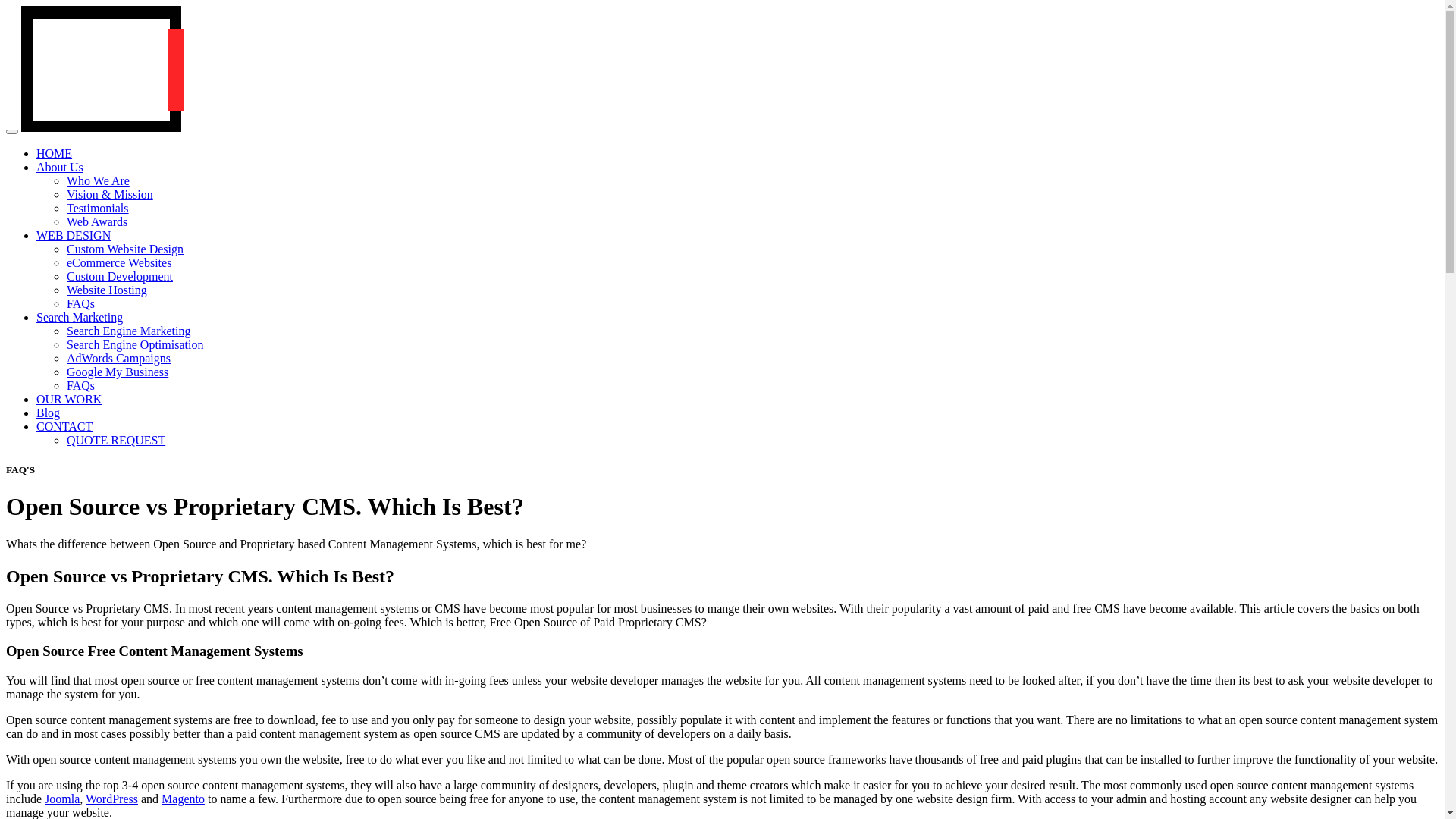  I want to click on 'eCommerce Websites', so click(118, 262).